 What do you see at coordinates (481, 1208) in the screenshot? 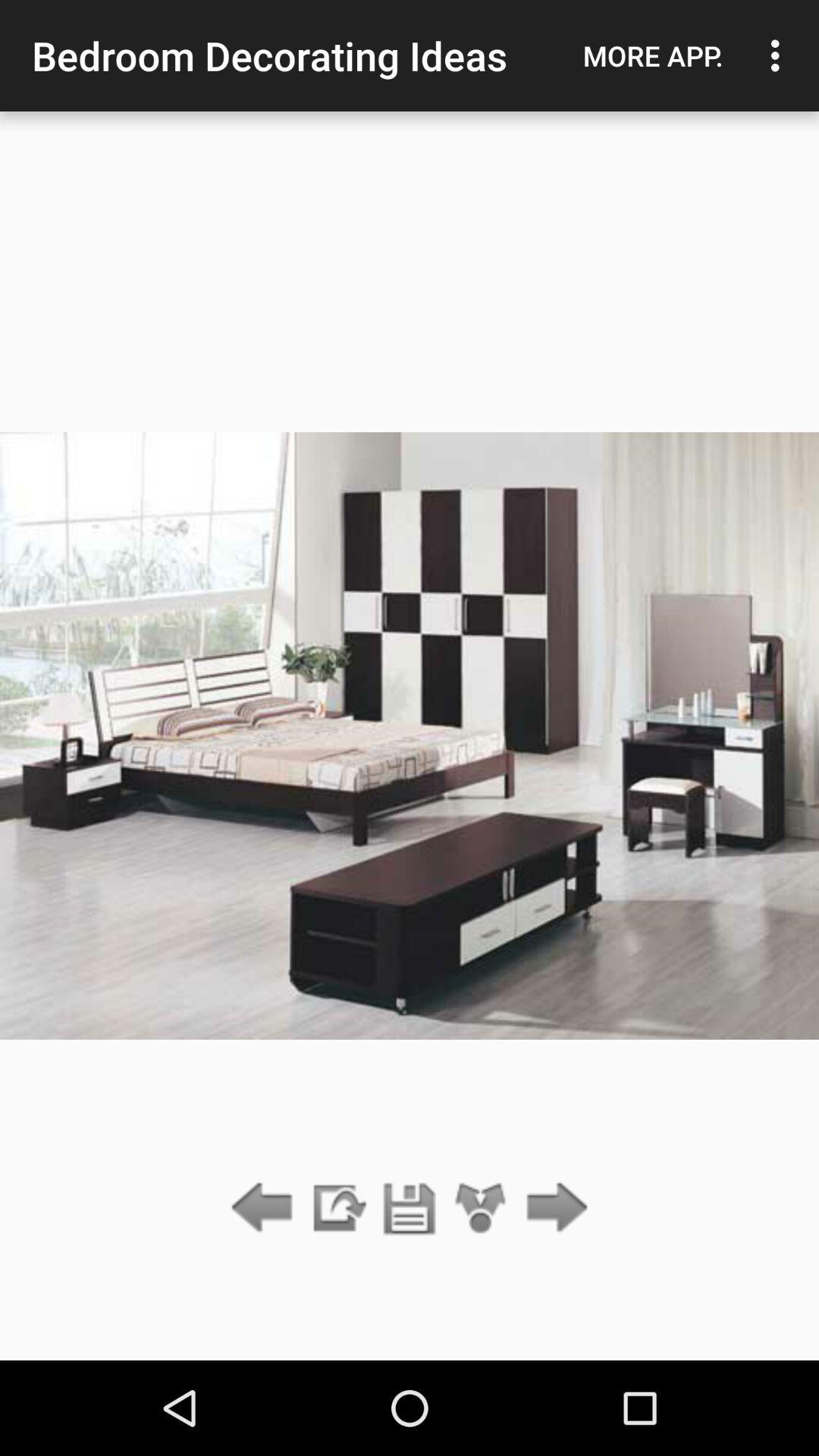
I see `the share icon` at bounding box center [481, 1208].